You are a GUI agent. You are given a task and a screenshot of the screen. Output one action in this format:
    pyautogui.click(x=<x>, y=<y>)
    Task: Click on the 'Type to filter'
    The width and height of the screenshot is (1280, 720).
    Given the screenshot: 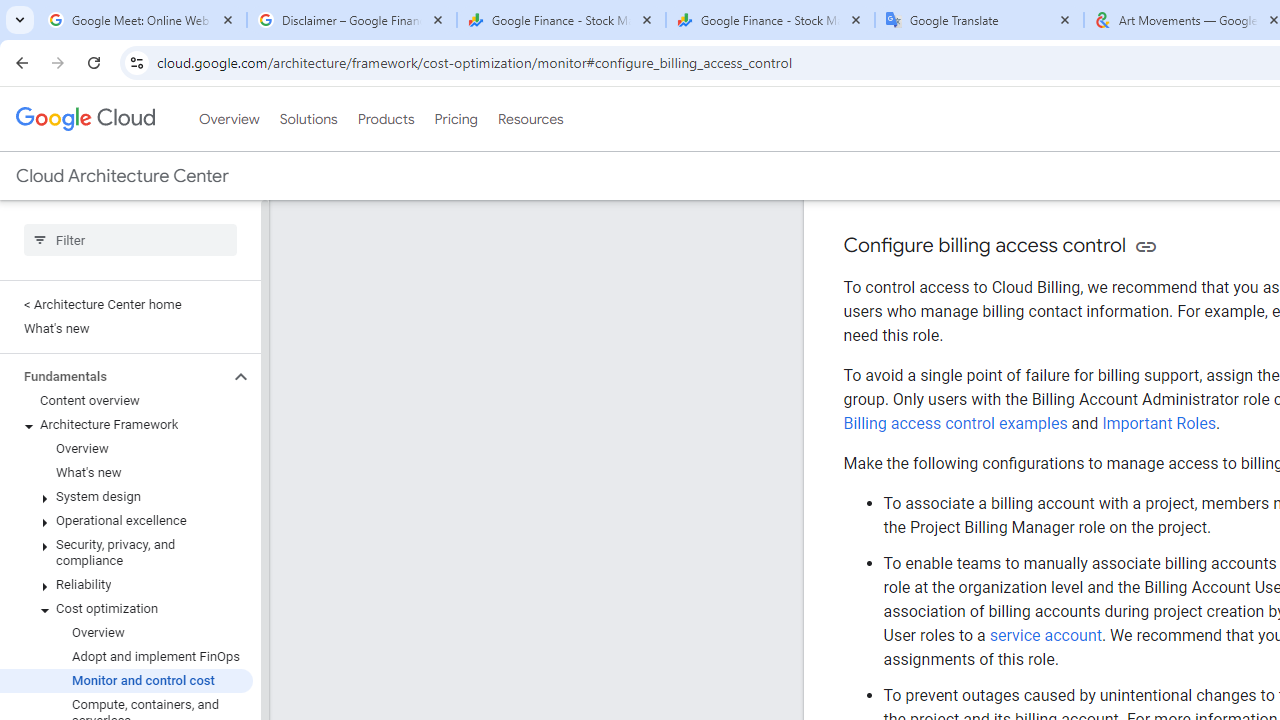 What is the action you would take?
    pyautogui.click(x=129, y=239)
    